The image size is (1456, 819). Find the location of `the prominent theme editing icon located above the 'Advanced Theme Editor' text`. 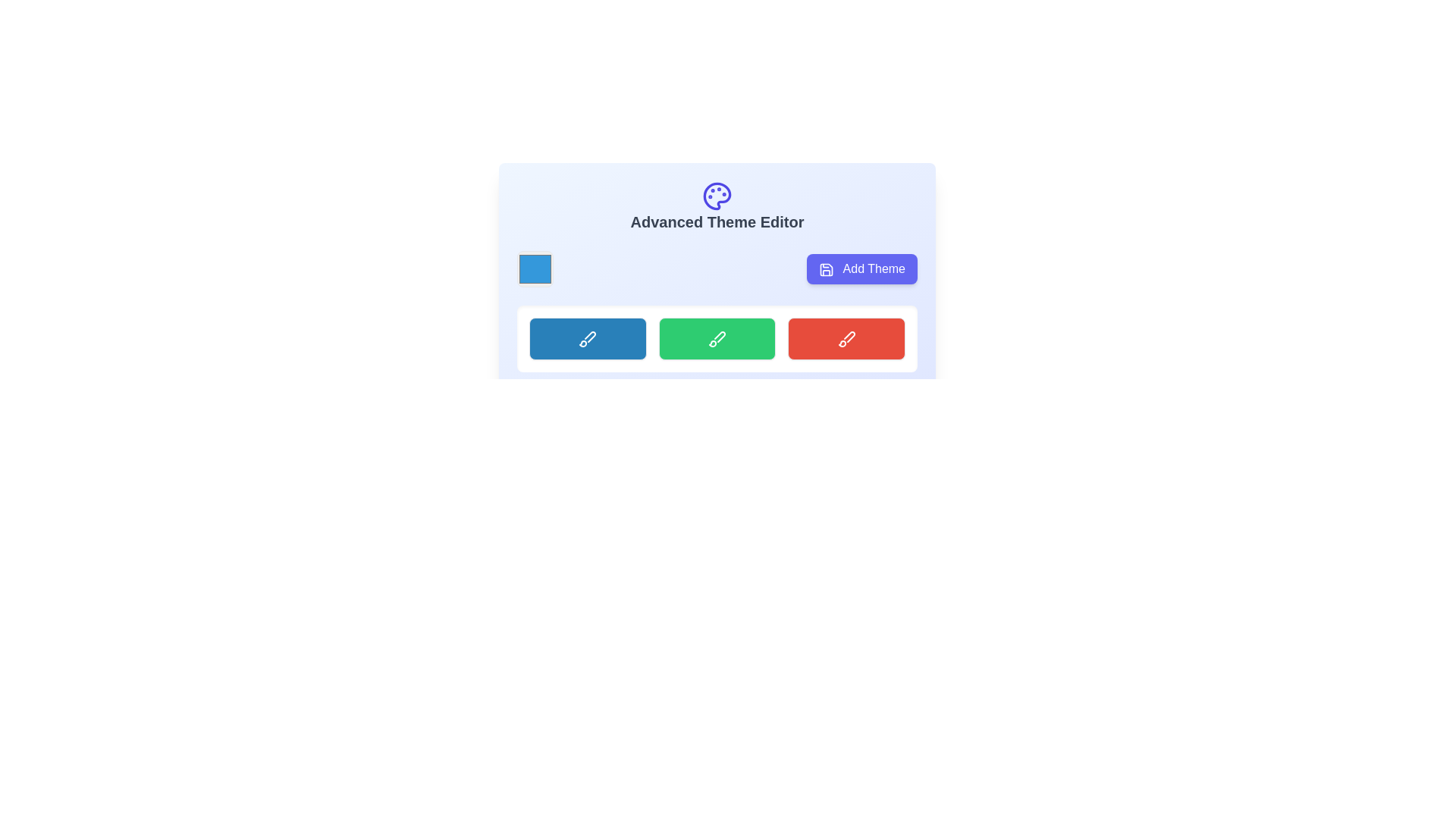

the prominent theme editing icon located above the 'Advanced Theme Editor' text is located at coordinates (716, 195).